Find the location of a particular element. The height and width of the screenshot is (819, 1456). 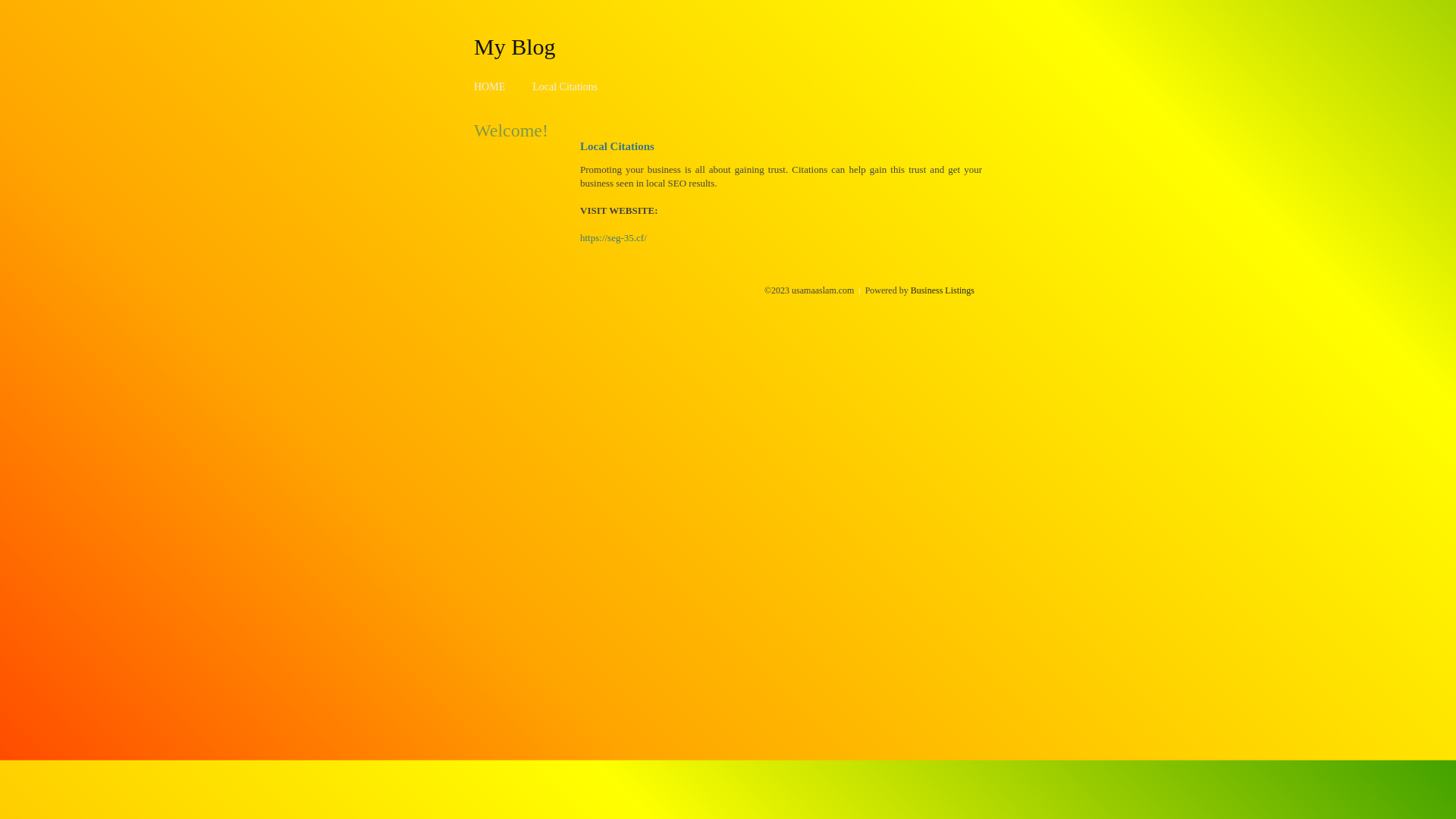

'My Blog' is located at coordinates (472, 45).